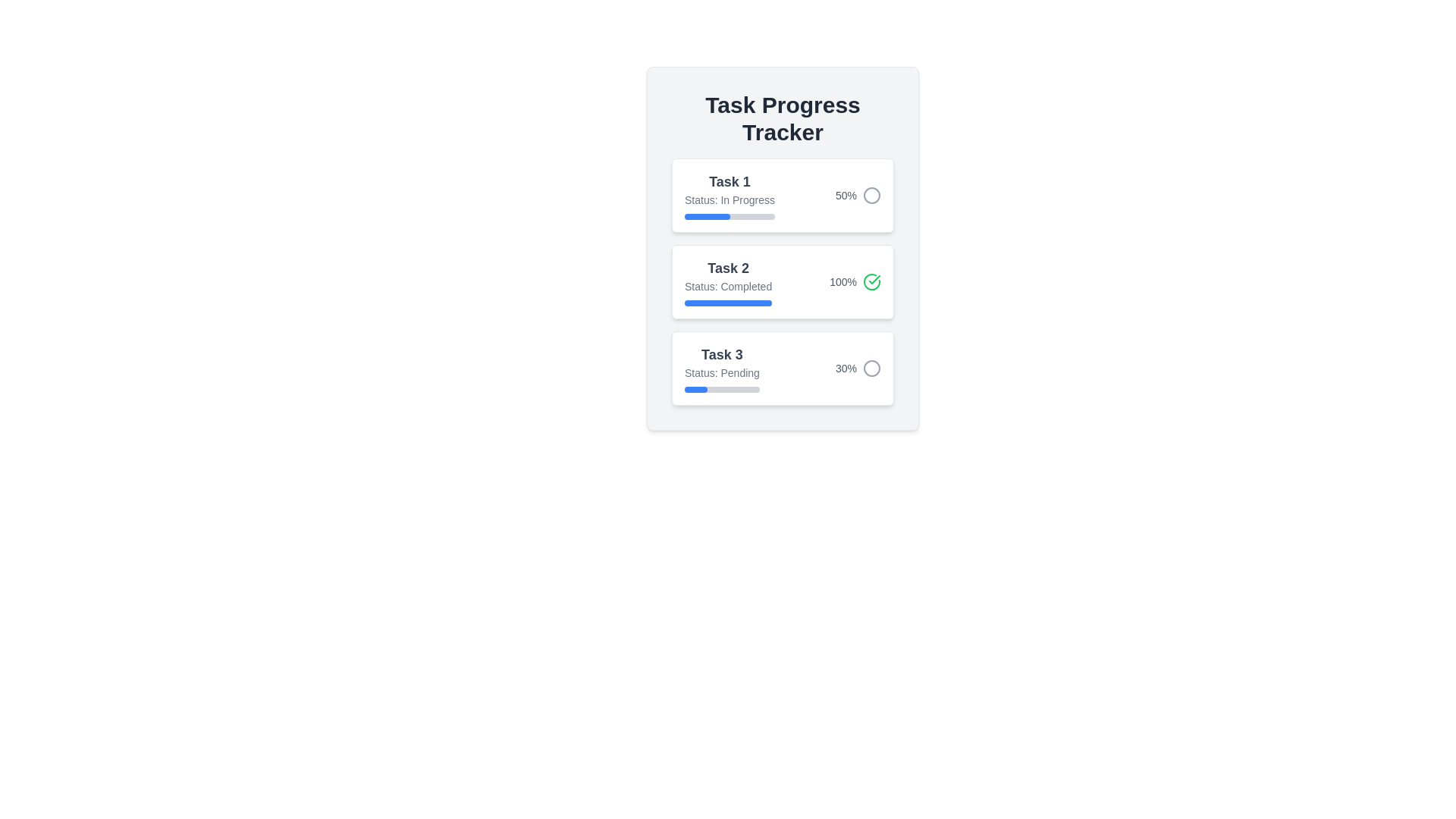 The image size is (1456, 819). What do you see at coordinates (858, 195) in the screenshot?
I see `the progress percentage text '50%' with the adjacent decorative circle icon located in the top-right corner of the 'Task 1' box in the 'Task Progress Tracker'` at bounding box center [858, 195].